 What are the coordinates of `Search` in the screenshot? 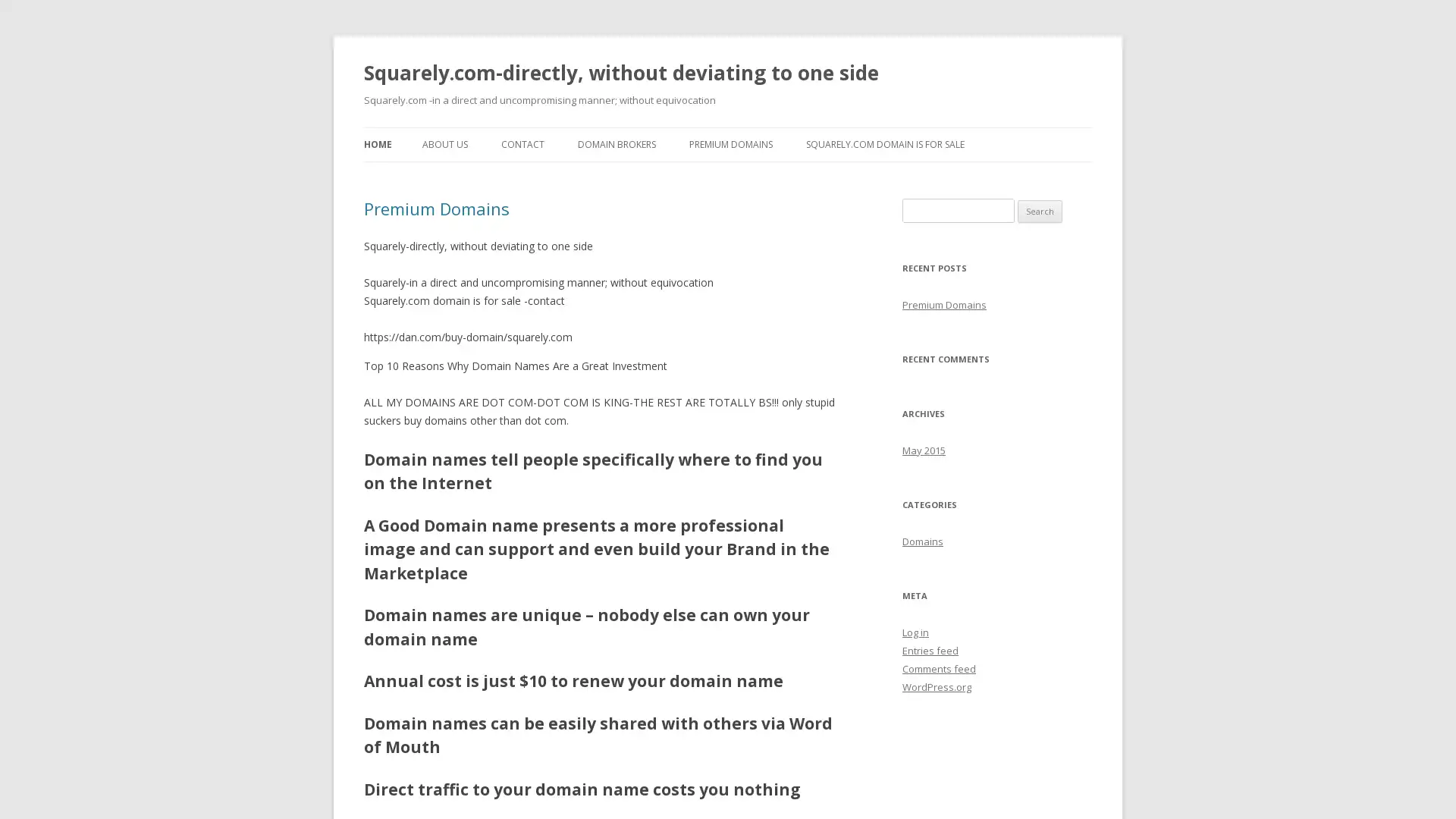 It's located at (1039, 211).